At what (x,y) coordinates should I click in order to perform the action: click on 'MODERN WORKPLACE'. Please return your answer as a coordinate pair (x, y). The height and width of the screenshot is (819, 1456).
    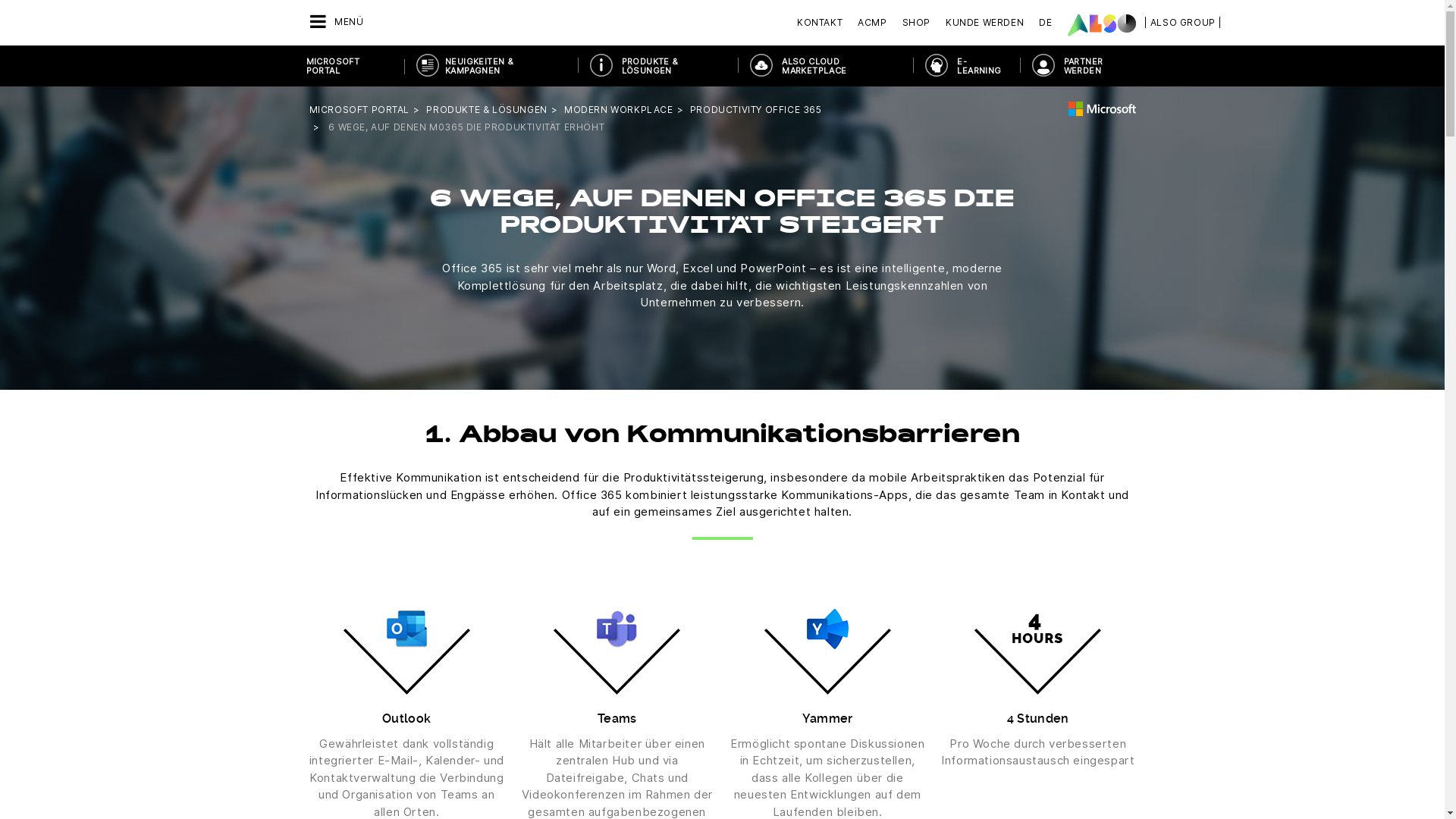
    Looking at the image, I should click on (563, 108).